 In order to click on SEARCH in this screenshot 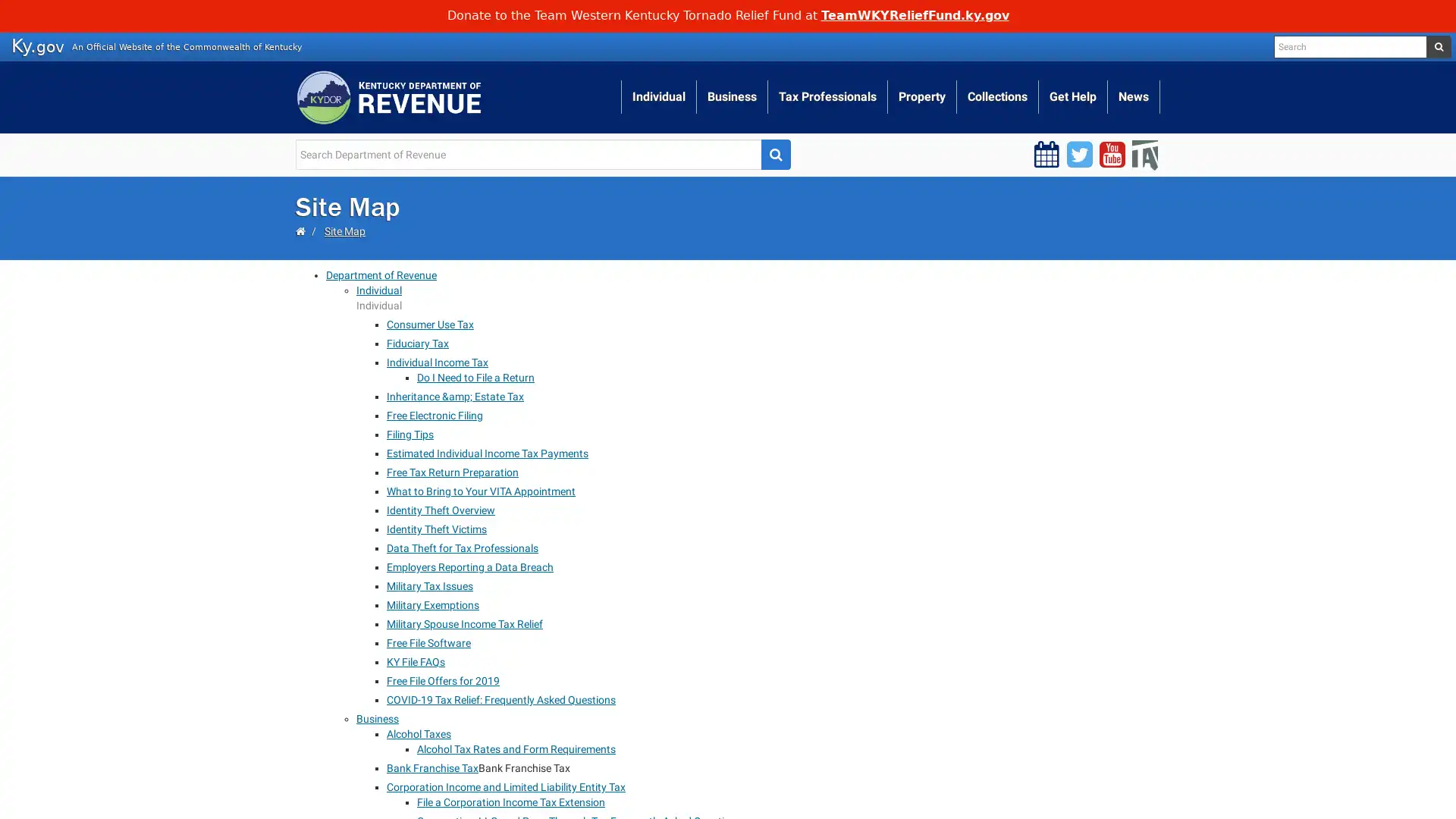, I will do `click(1437, 45)`.